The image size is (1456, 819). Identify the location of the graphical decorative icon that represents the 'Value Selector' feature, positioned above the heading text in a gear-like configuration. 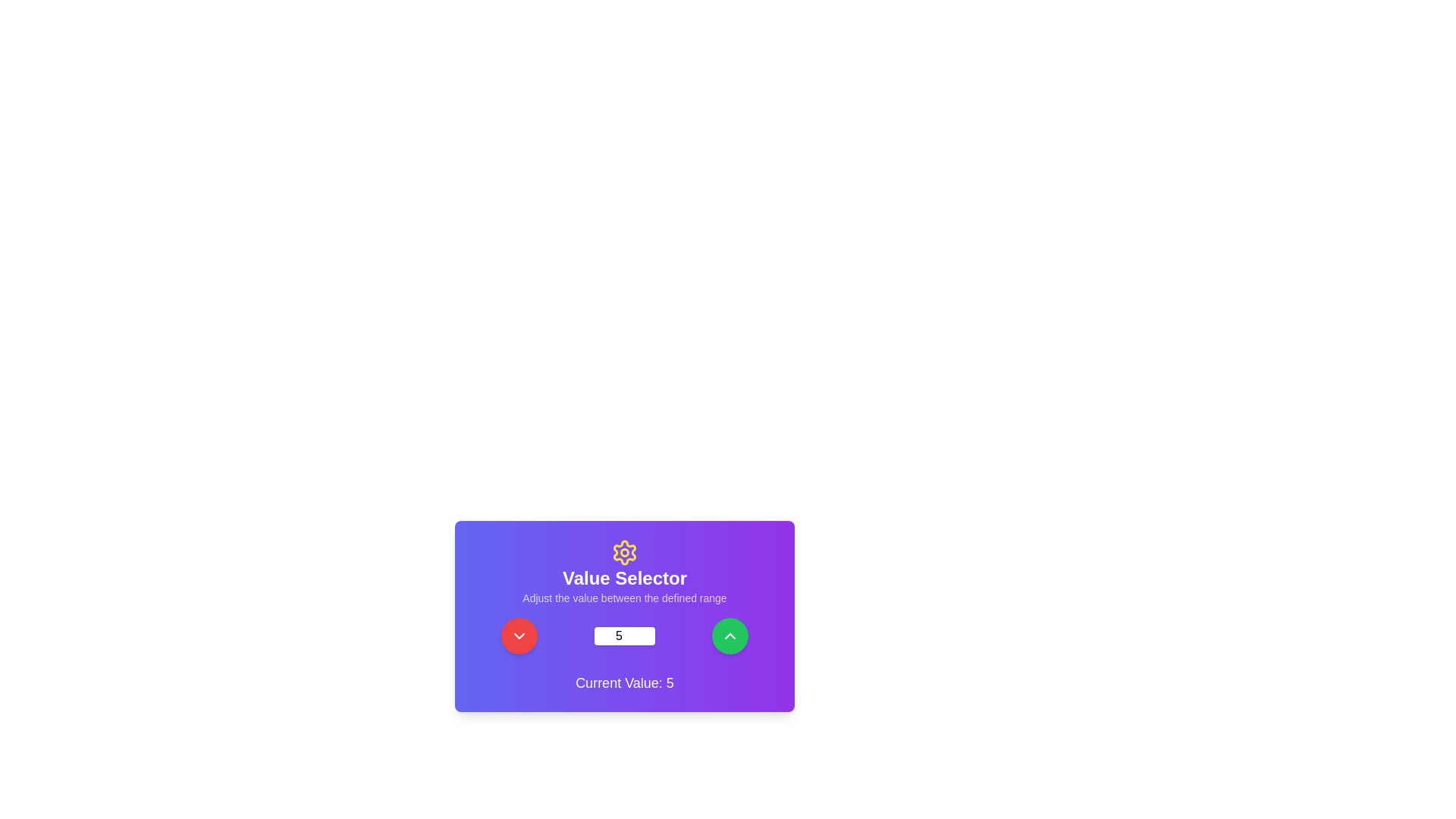
(625, 553).